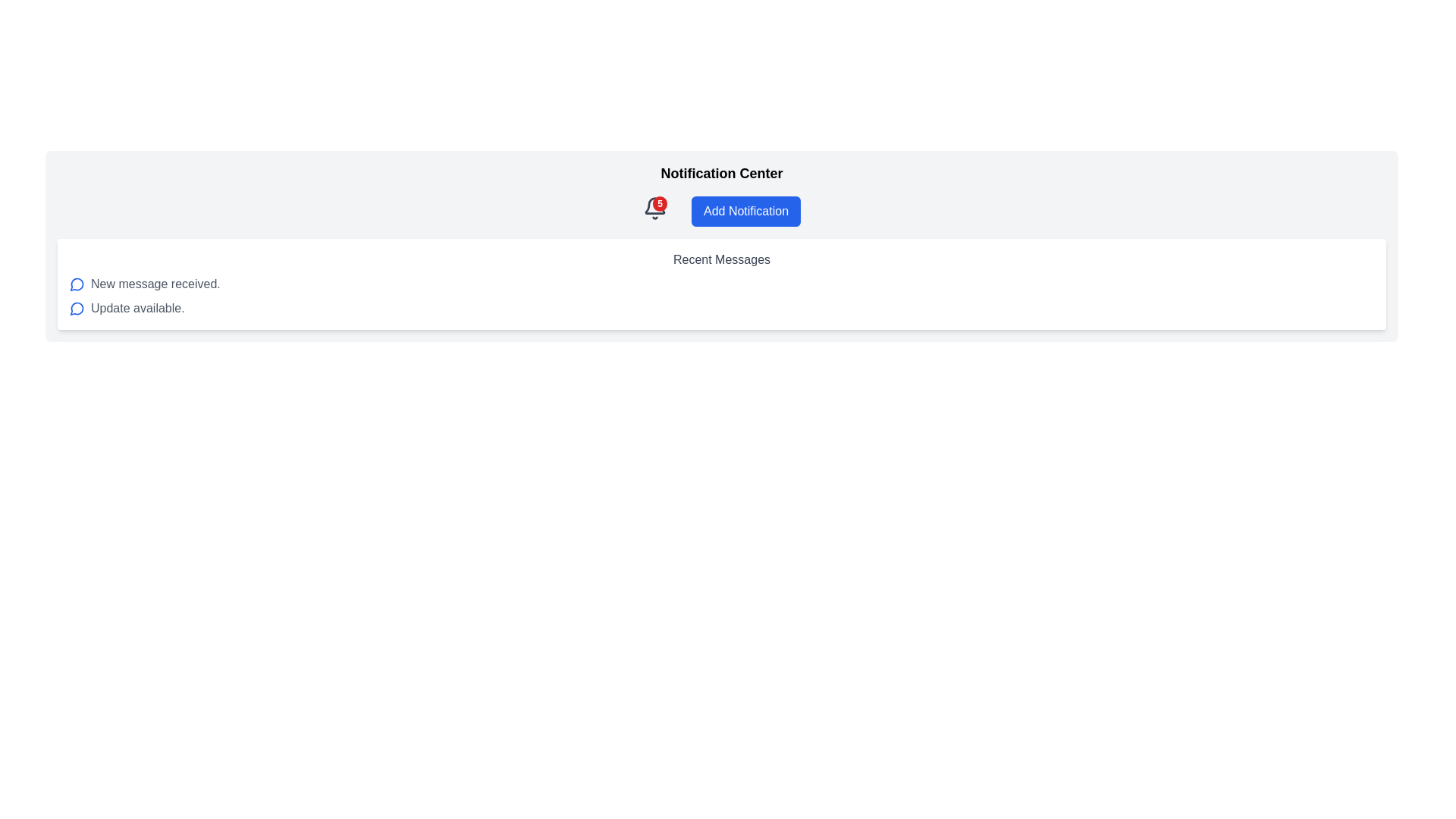 The image size is (1456, 819). Describe the element at coordinates (720, 172) in the screenshot. I see `the text label that displays 'Notification Center', which is styled in a bold and large font at the top center of the notification interface` at that location.